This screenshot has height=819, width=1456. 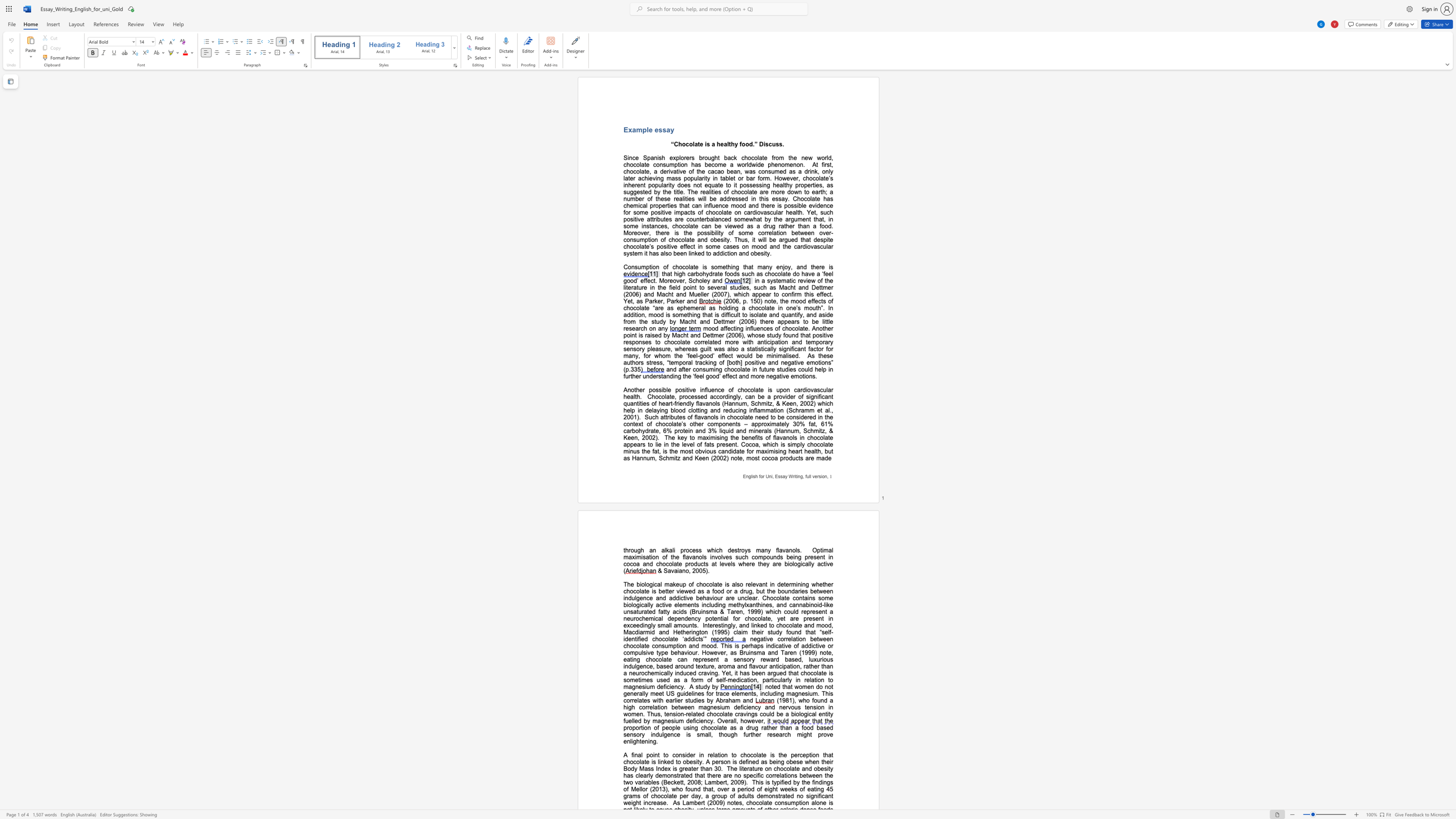 What do you see at coordinates (693, 266) in the screenshot?
I see `the subset text "te is somethin" within the text "Consumption of chocolate is something that many enjoy, and there is"` at bounding box center [693, 266].